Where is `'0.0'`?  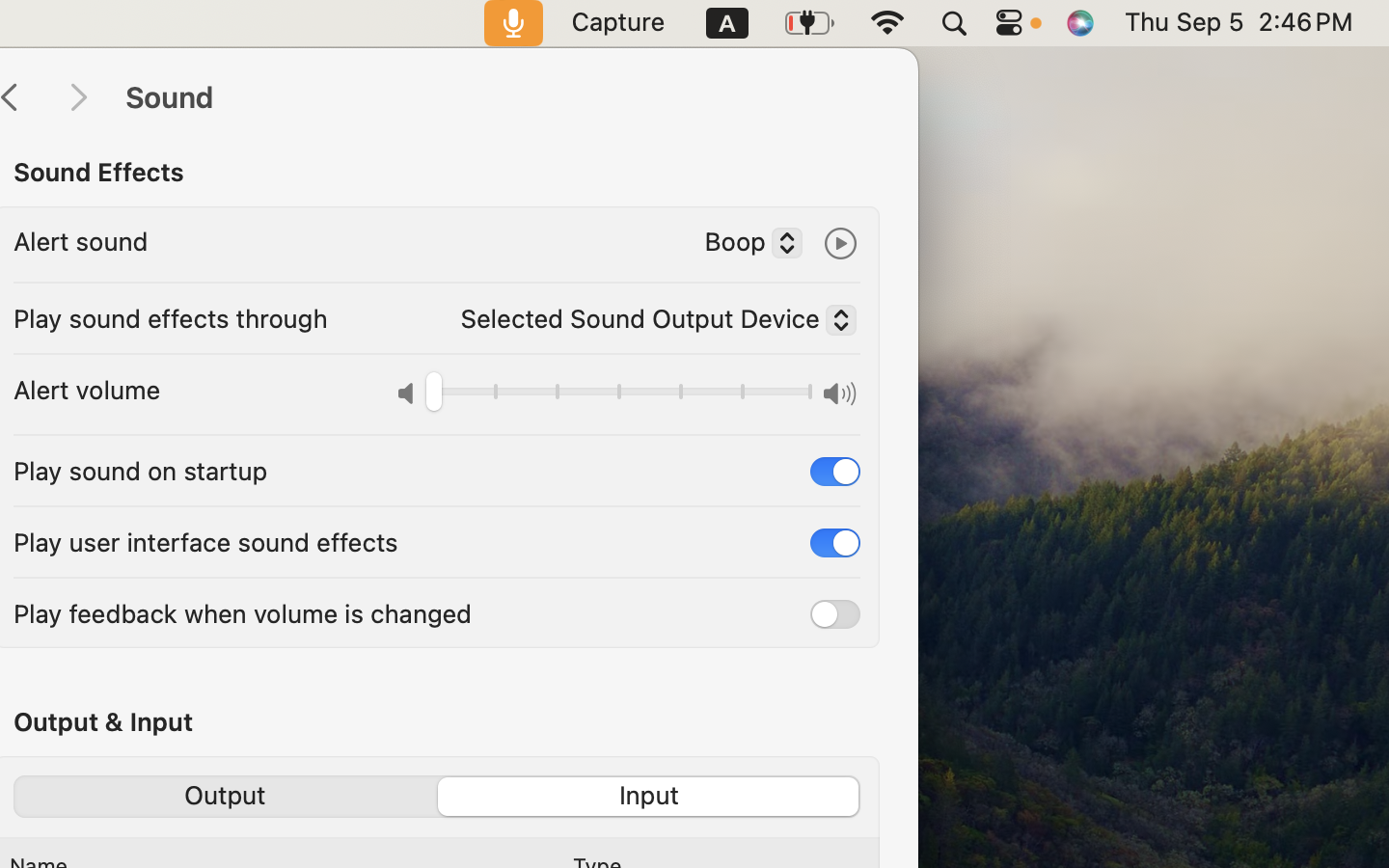
'0.0' is located at coordinates (617, 395).